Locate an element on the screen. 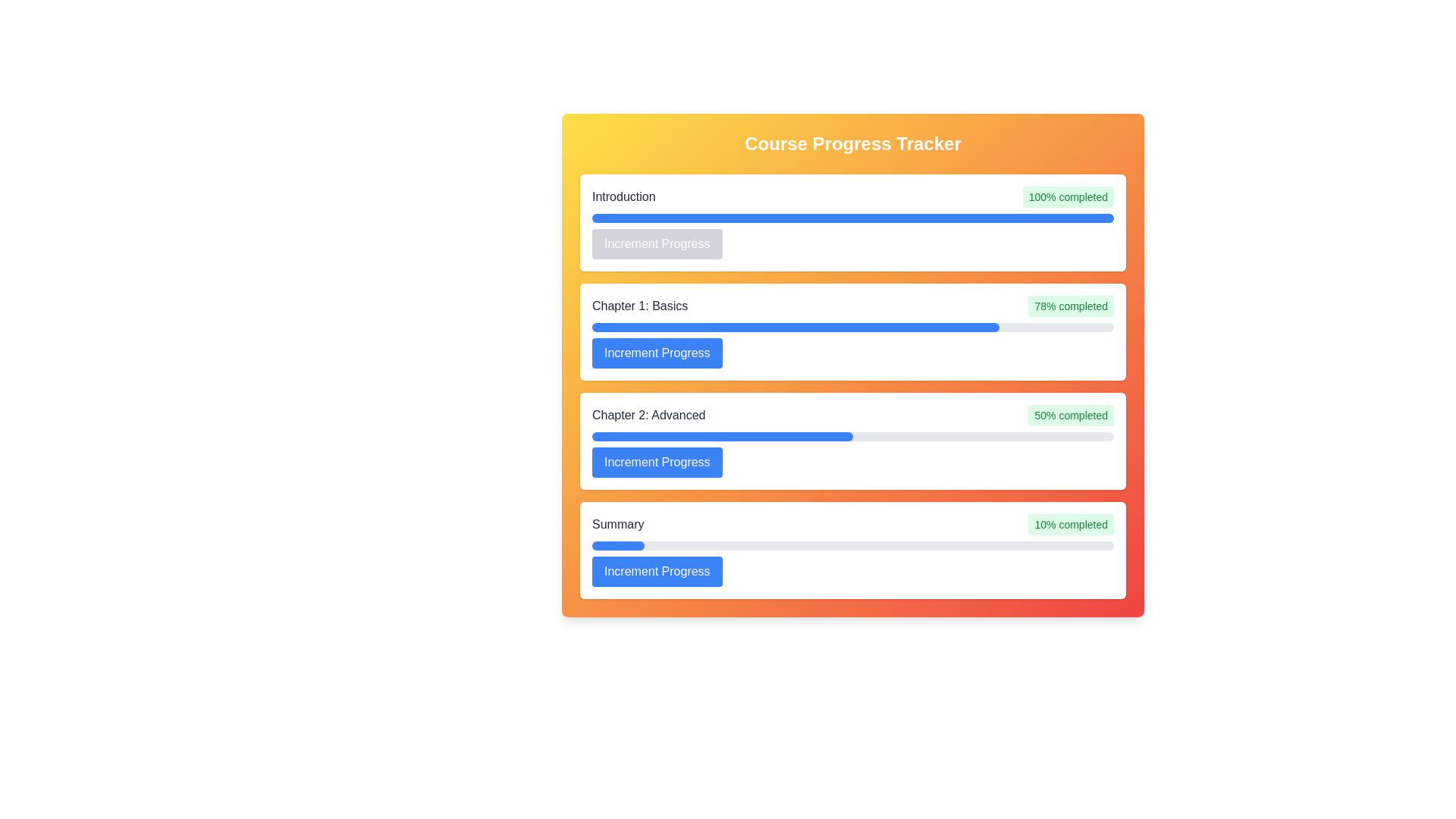 The width and height of the screenshot is (1456, 819). the button located at the bottom of the 'Summary' section is located at coordinates (657, 571).